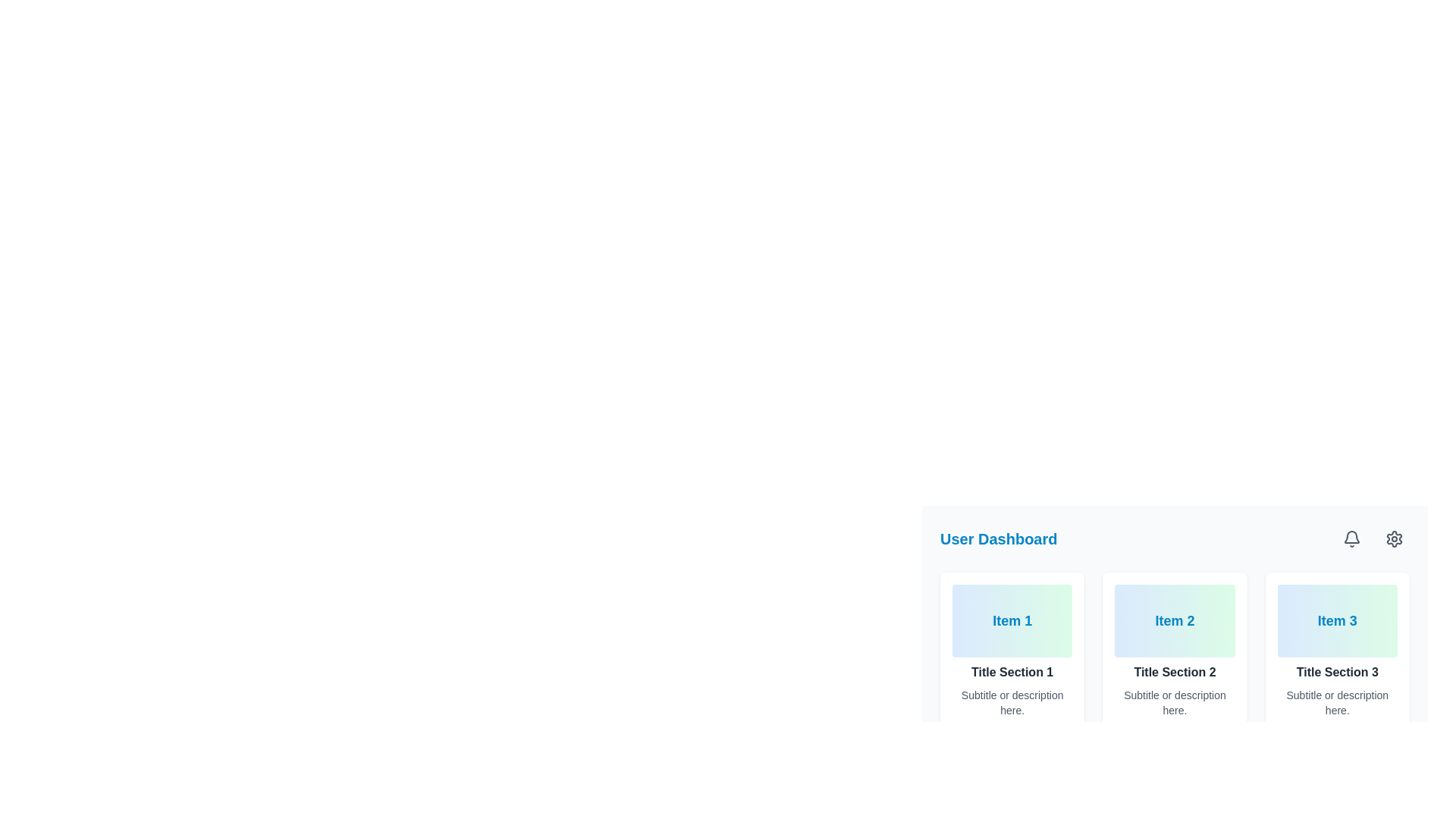 The image size is (1456, 819). I want to click on the bell icon located at the top-right corner of the dashboard interface, so click(1351, 538).